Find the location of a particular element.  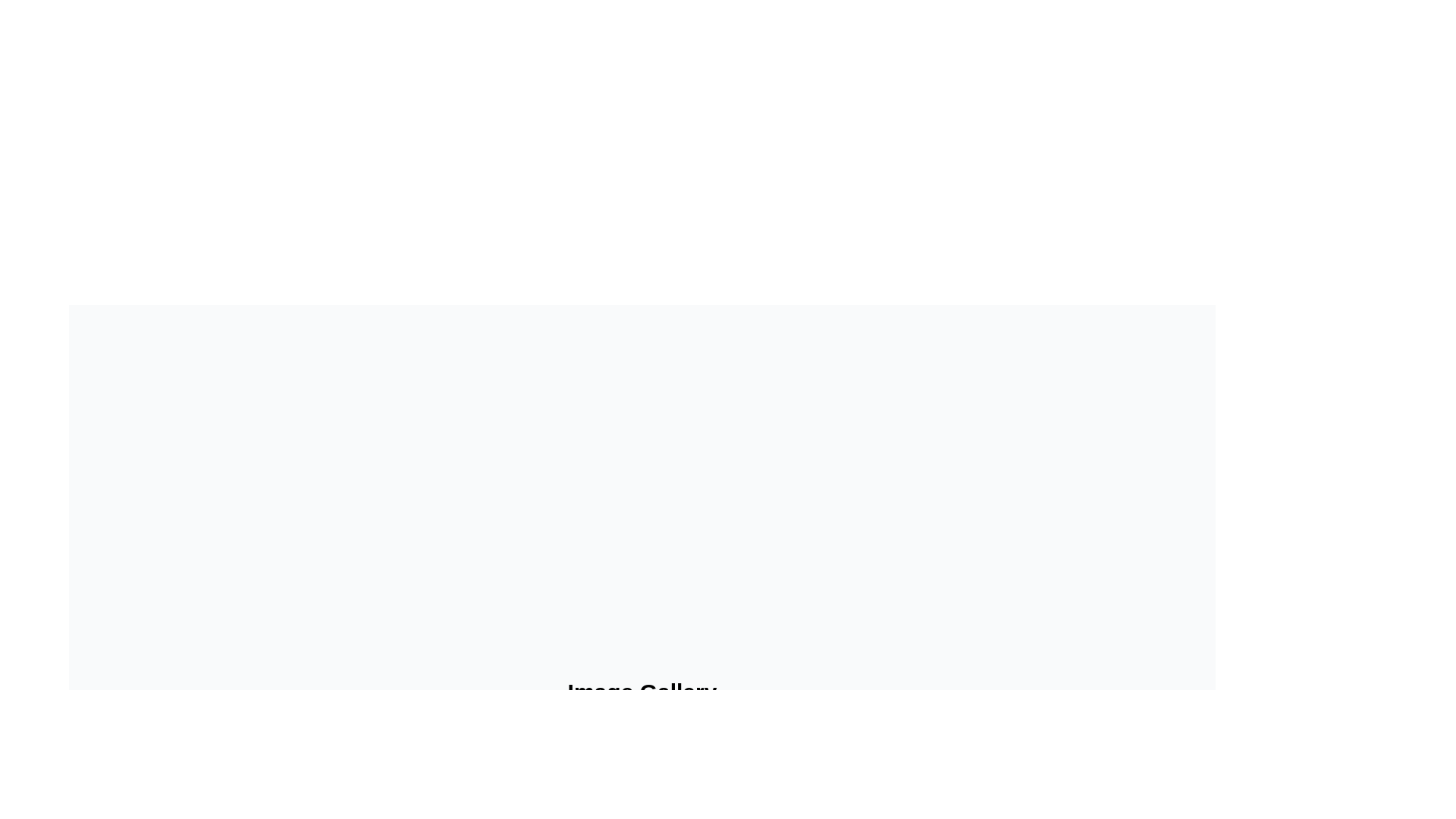

the text label that serves as the header for the image gallery, positioned at the top-center of the interface is located at coordinates (642, 692).